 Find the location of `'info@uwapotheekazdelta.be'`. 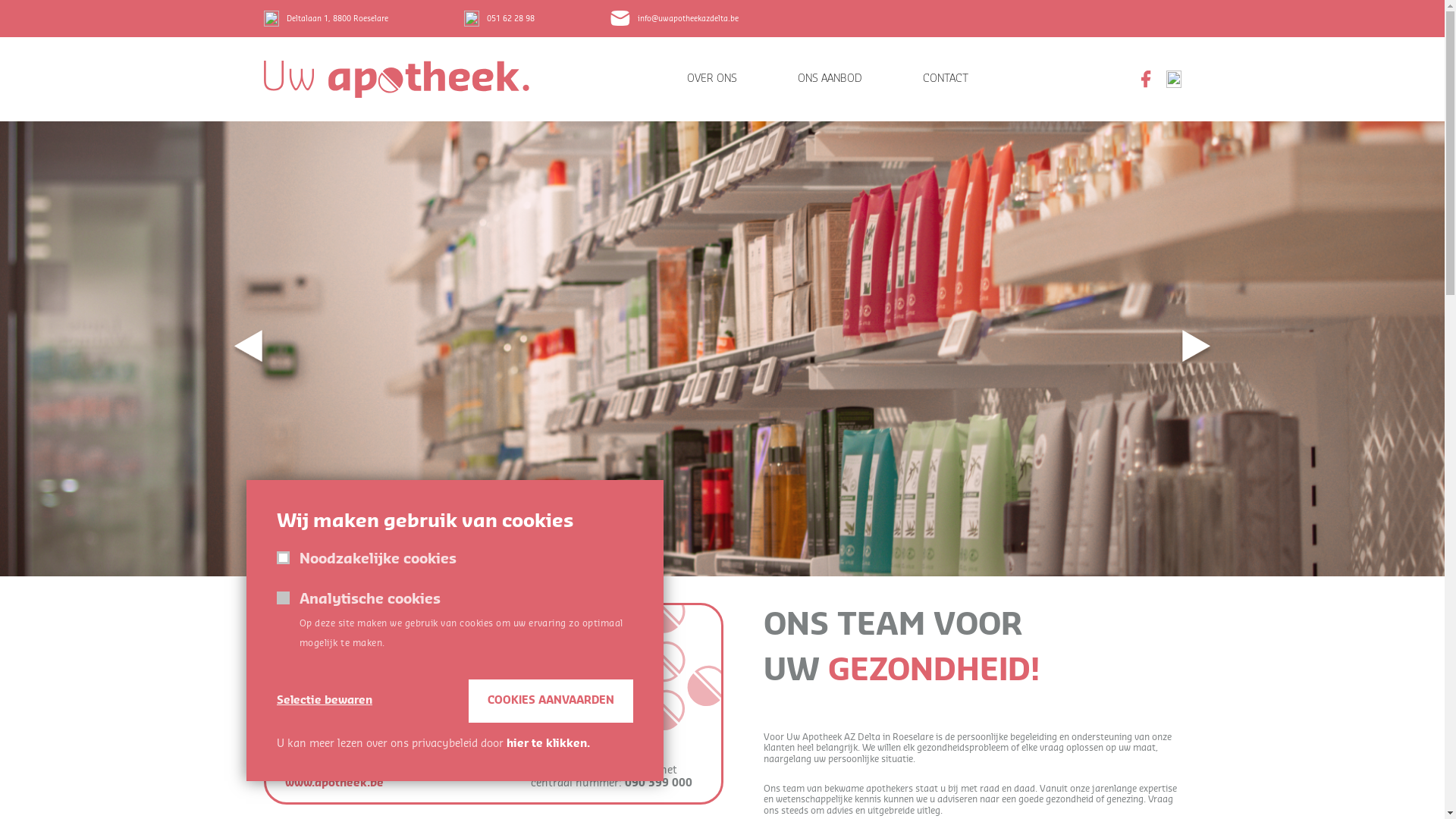

'info@uwapotheekazdelta.be' is located at coordinates (673, 18).